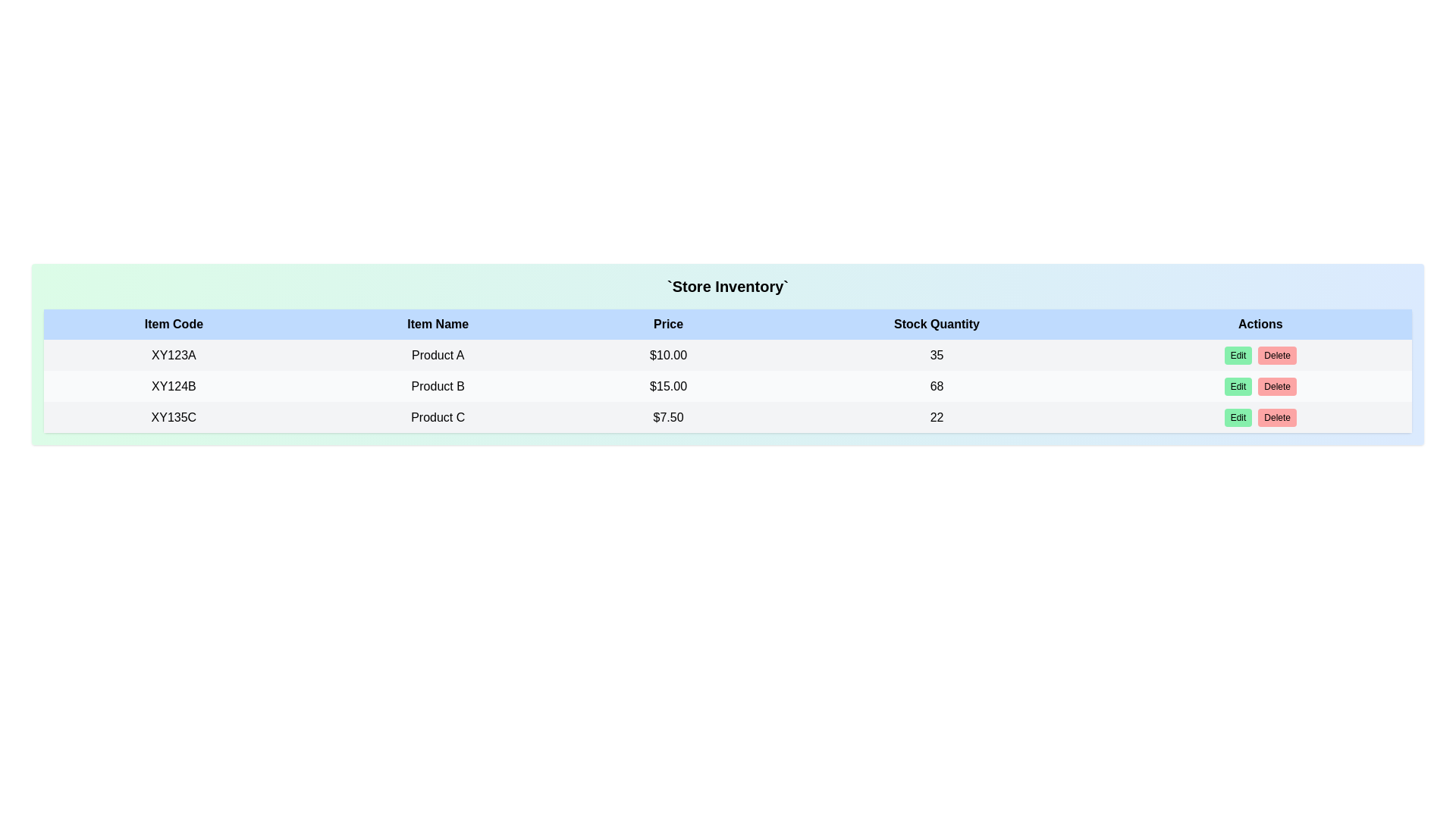  Describe the element at coordinates (1260, 385) in the screenshot. I see `the 'Edit' button in the actions column for the row corresponding to 'Product B'` at that location.